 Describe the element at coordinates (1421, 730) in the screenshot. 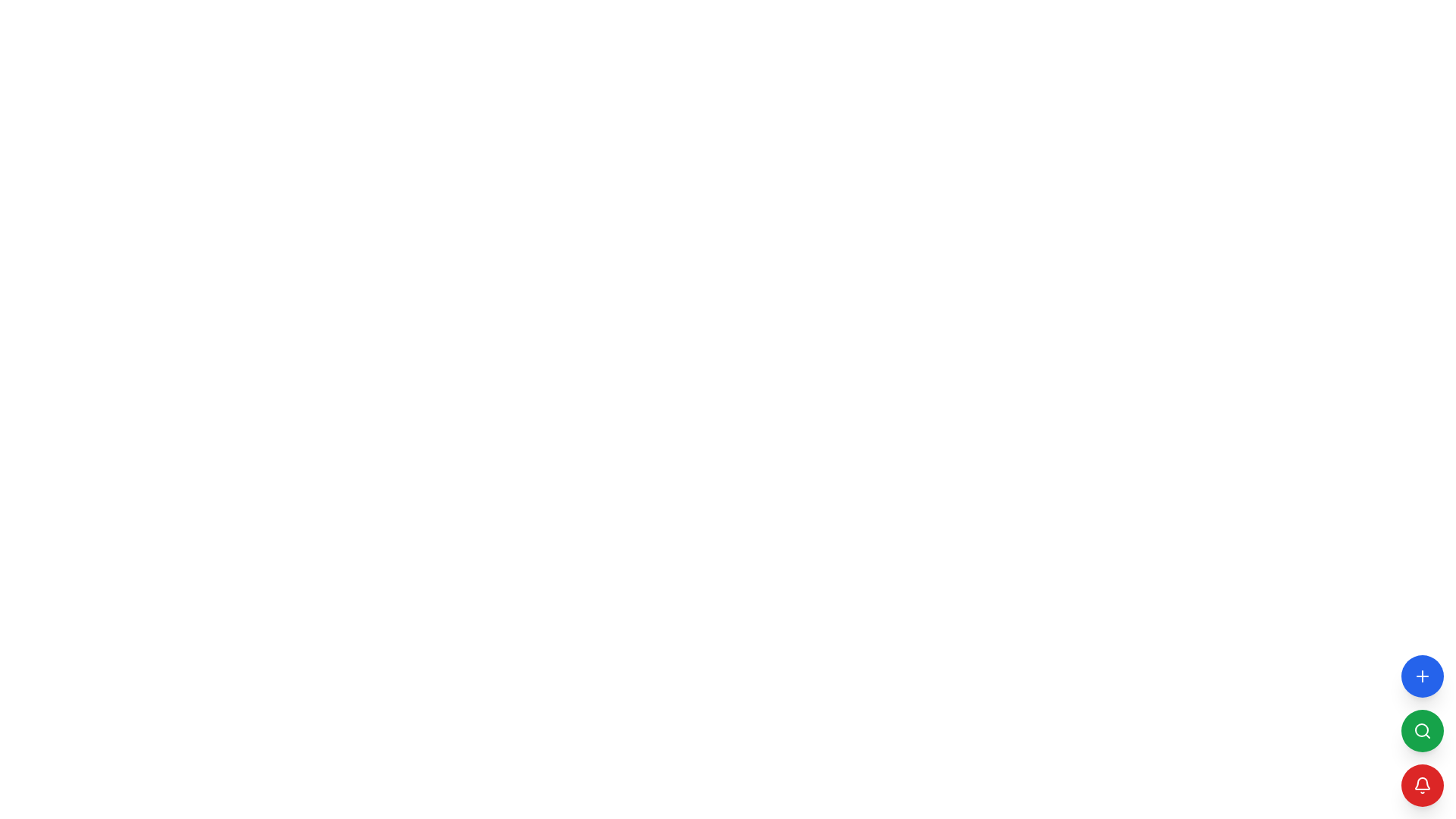

I see `the circular SVG element representing the lens of a magnifying glass icon located on the middle-right side of the interface` at that location.